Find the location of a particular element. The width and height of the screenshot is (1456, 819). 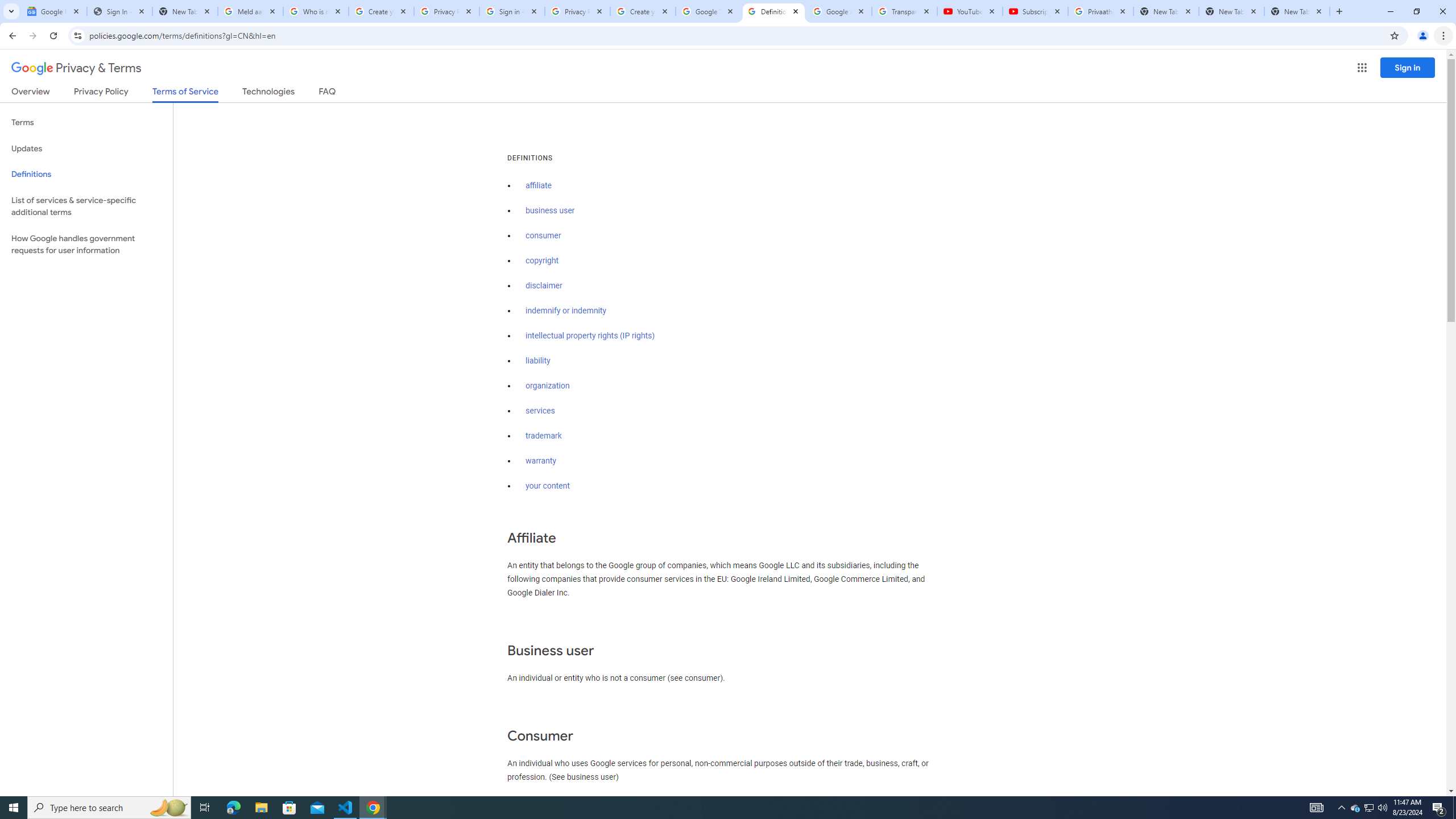

'affiliate' is located at coordinates (538, 185).